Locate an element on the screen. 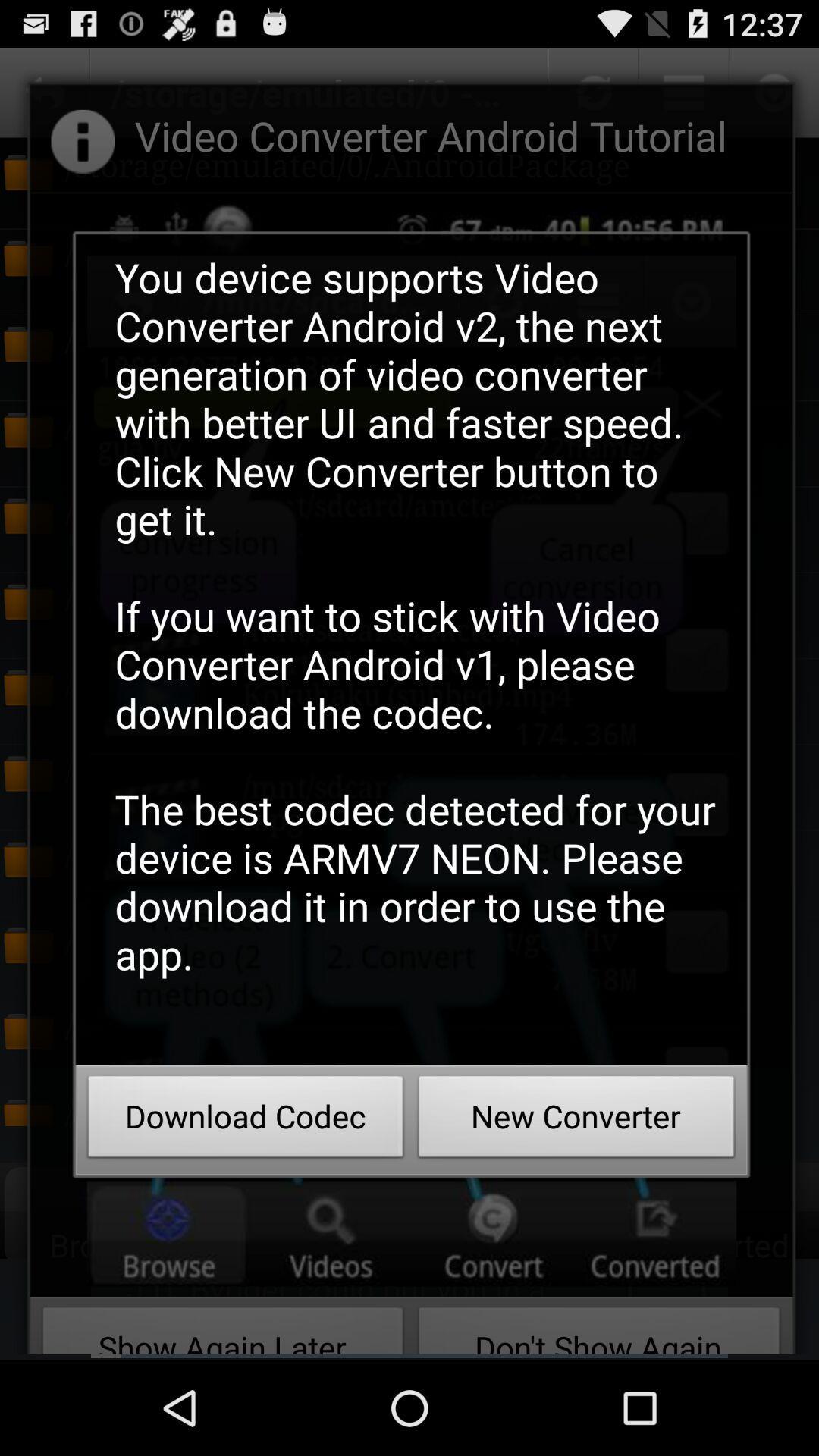  icon next to new converter button is located at coordinates (245, 1121).